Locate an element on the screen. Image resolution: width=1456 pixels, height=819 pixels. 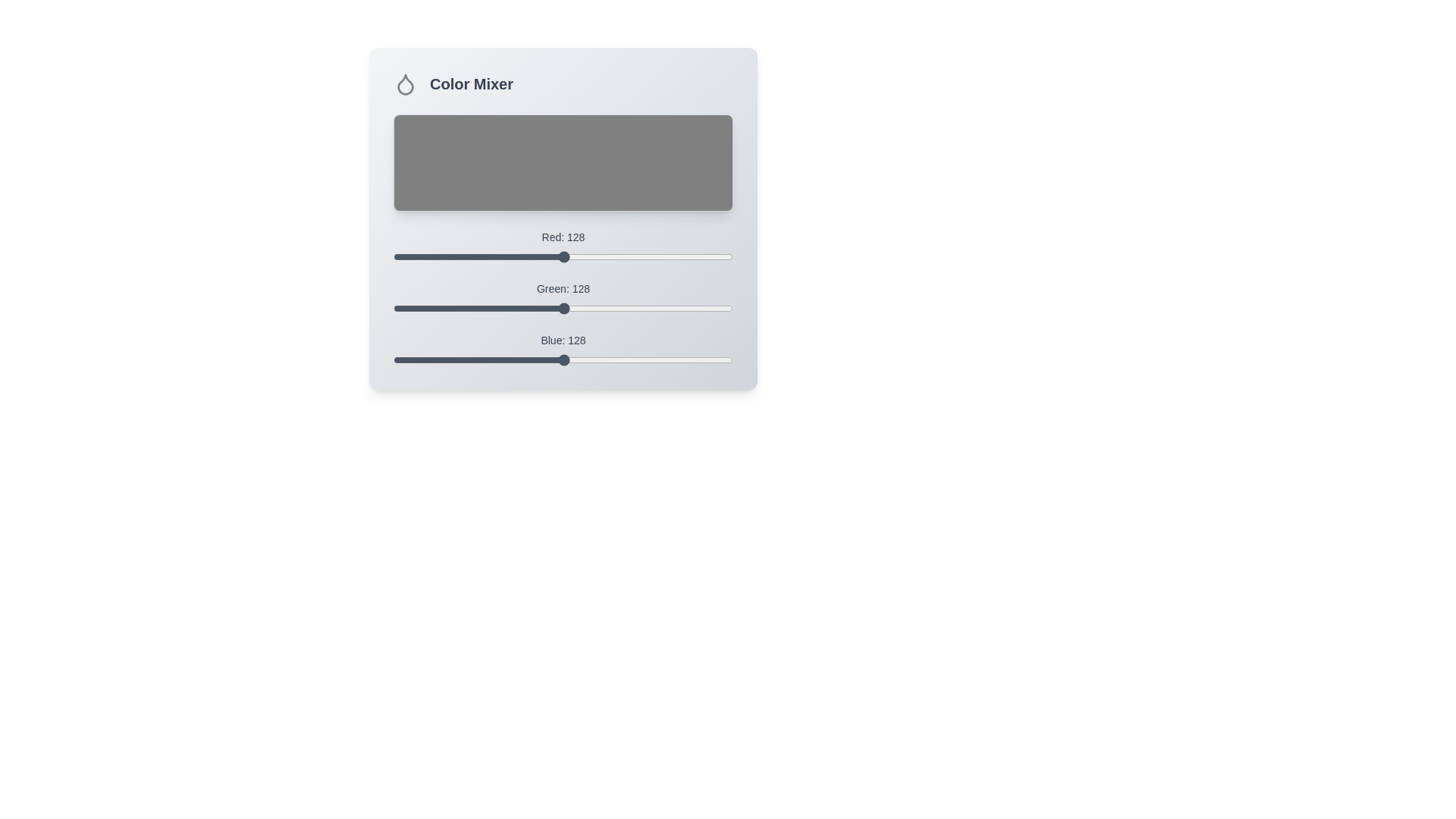
the red color slider to set the red value to 40 is located at coordinates (446, 256).